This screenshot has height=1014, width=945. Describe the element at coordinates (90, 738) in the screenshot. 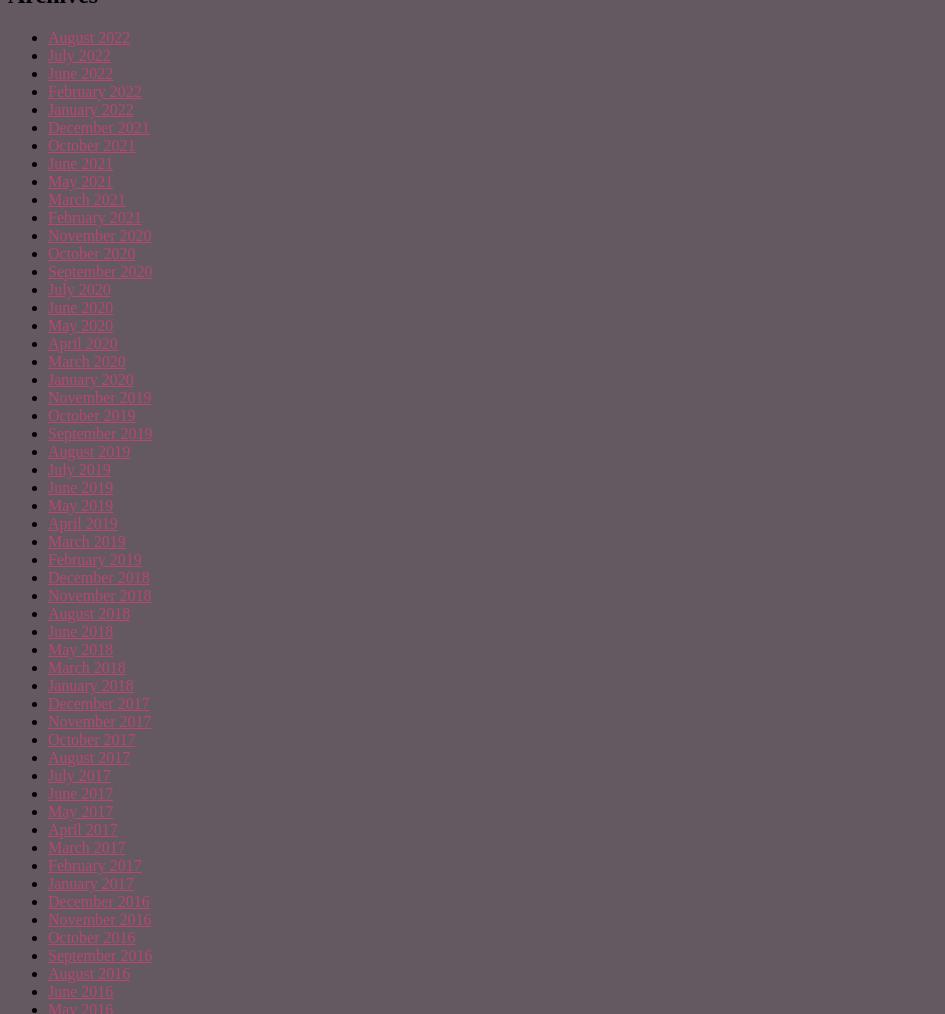

I see `'October 2017'` at that location.